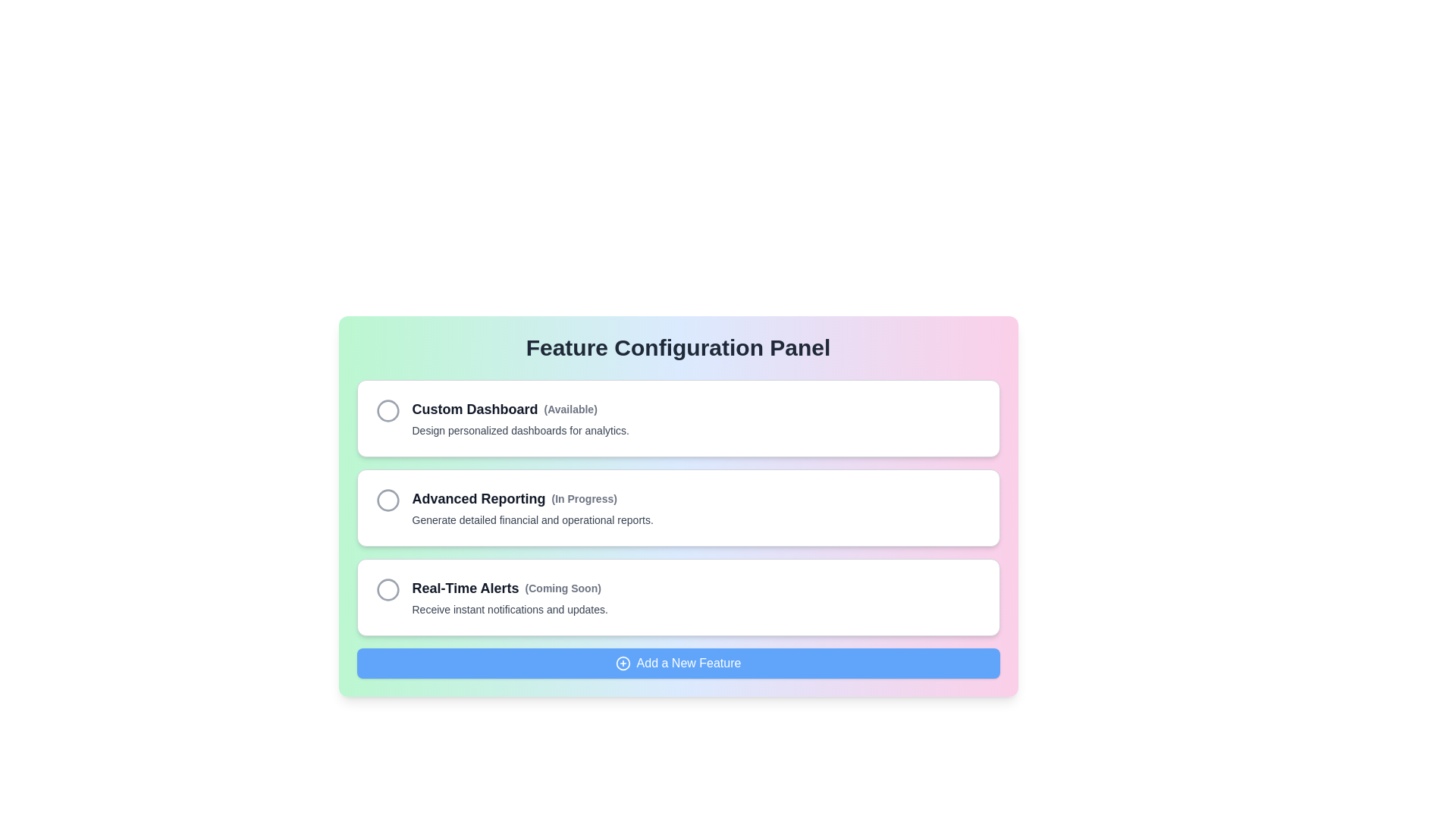 Image resolution: width=1456 pixels, height=819 pixels. I want to click on the 'Real-Time Alerts (Coming Soon)' text label in the third feature option of the configuration panel to understand its status, so click(510, 587).